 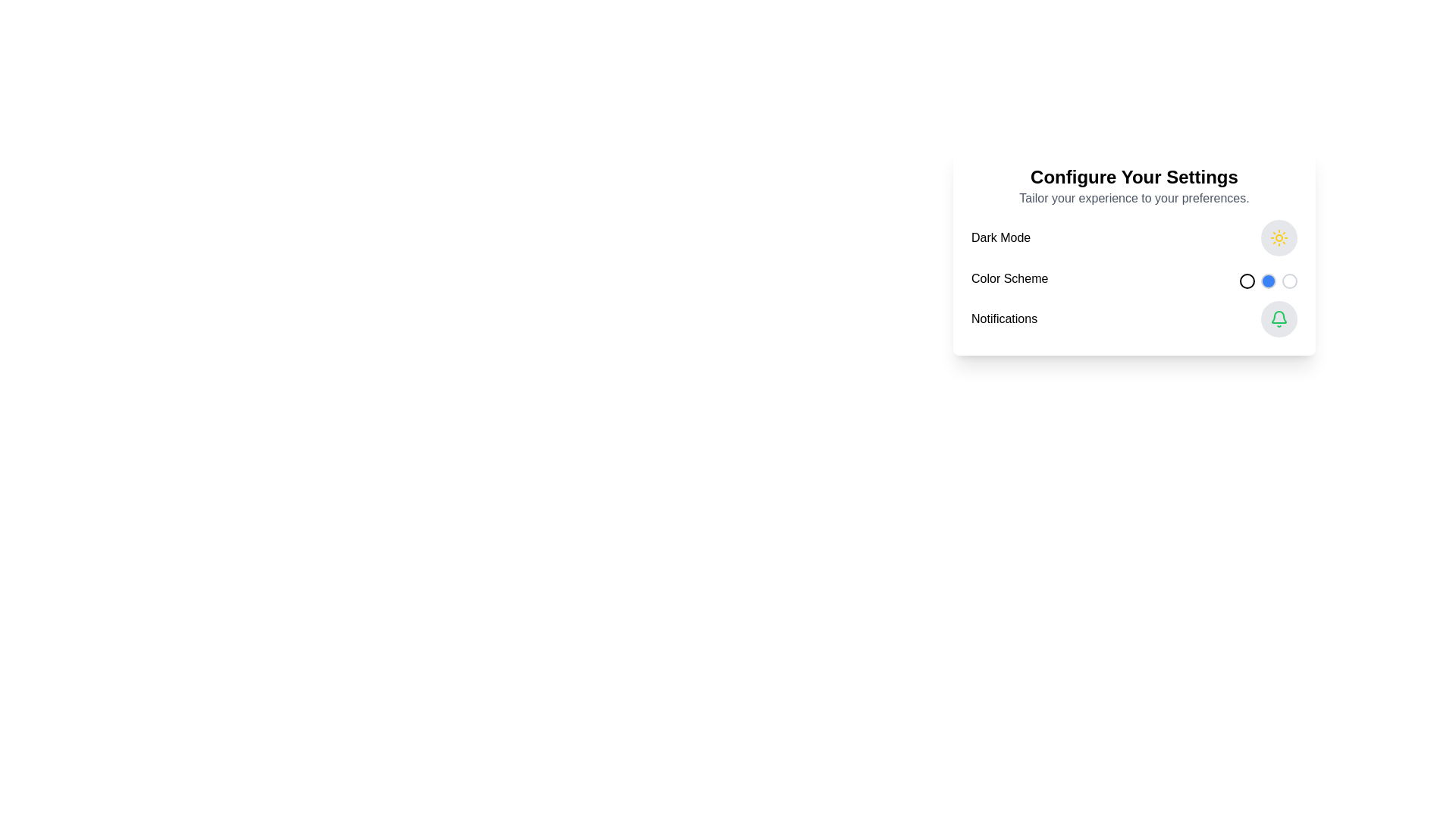 What do you see at coordinates (1134, 198) in the screenshot?
I see `the static text label providing guidance related to the heading 'Configure Your Settings', which is centered horizontally and positioned directly below it` at bounding box center [1134, 198].